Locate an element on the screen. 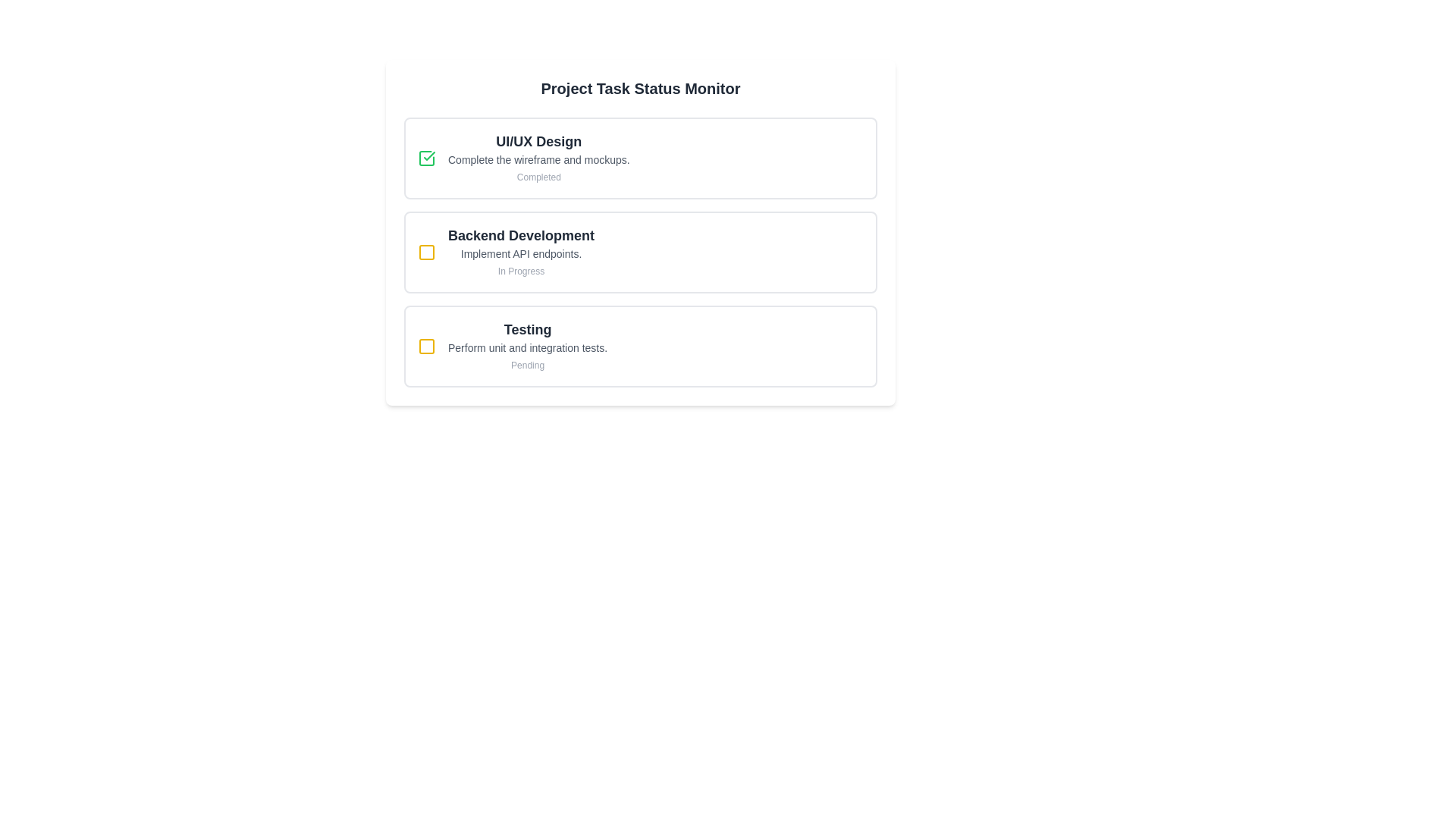 The height and width of the screenshot is (819, 1456). the top-left icon in the 'Testing' task block that represents the pending status of the 'Testing' task is located at coordinates (432, 346).